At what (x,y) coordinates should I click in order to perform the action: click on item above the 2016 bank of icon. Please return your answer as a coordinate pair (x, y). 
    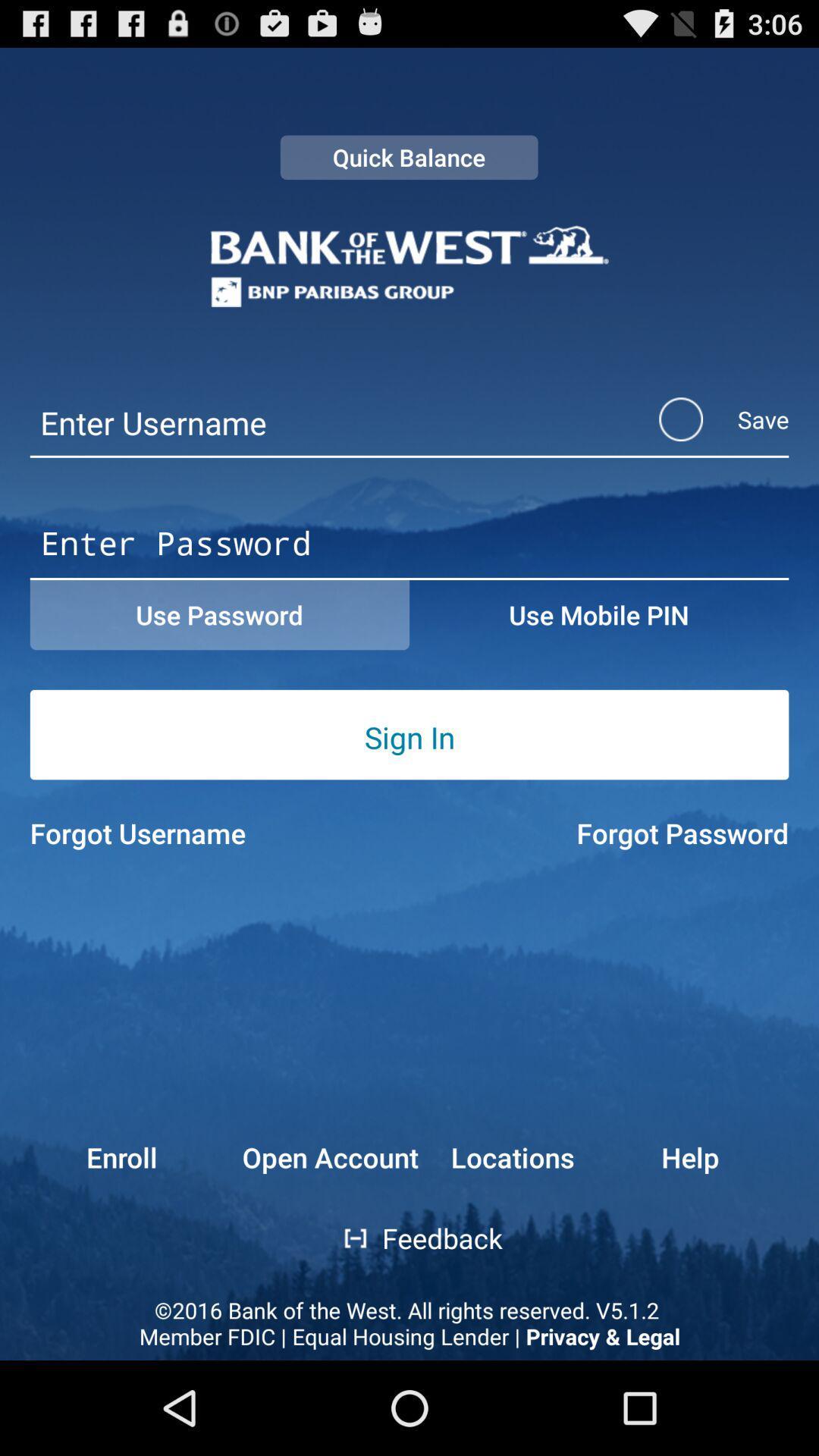
    Looking at the image, I should click on (93, 1156).